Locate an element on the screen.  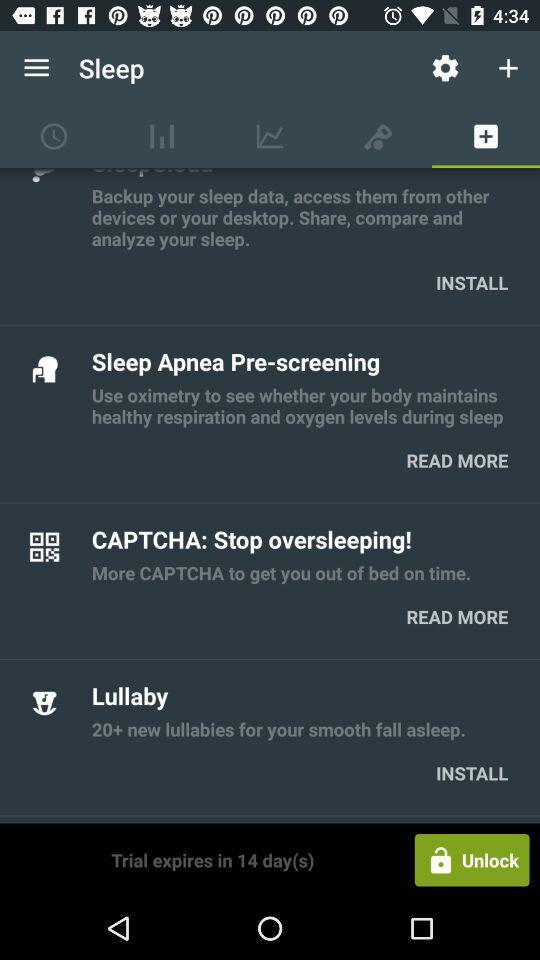
the settings icon shown right to sleep at the top of the page is located at coordinates (445, 68).